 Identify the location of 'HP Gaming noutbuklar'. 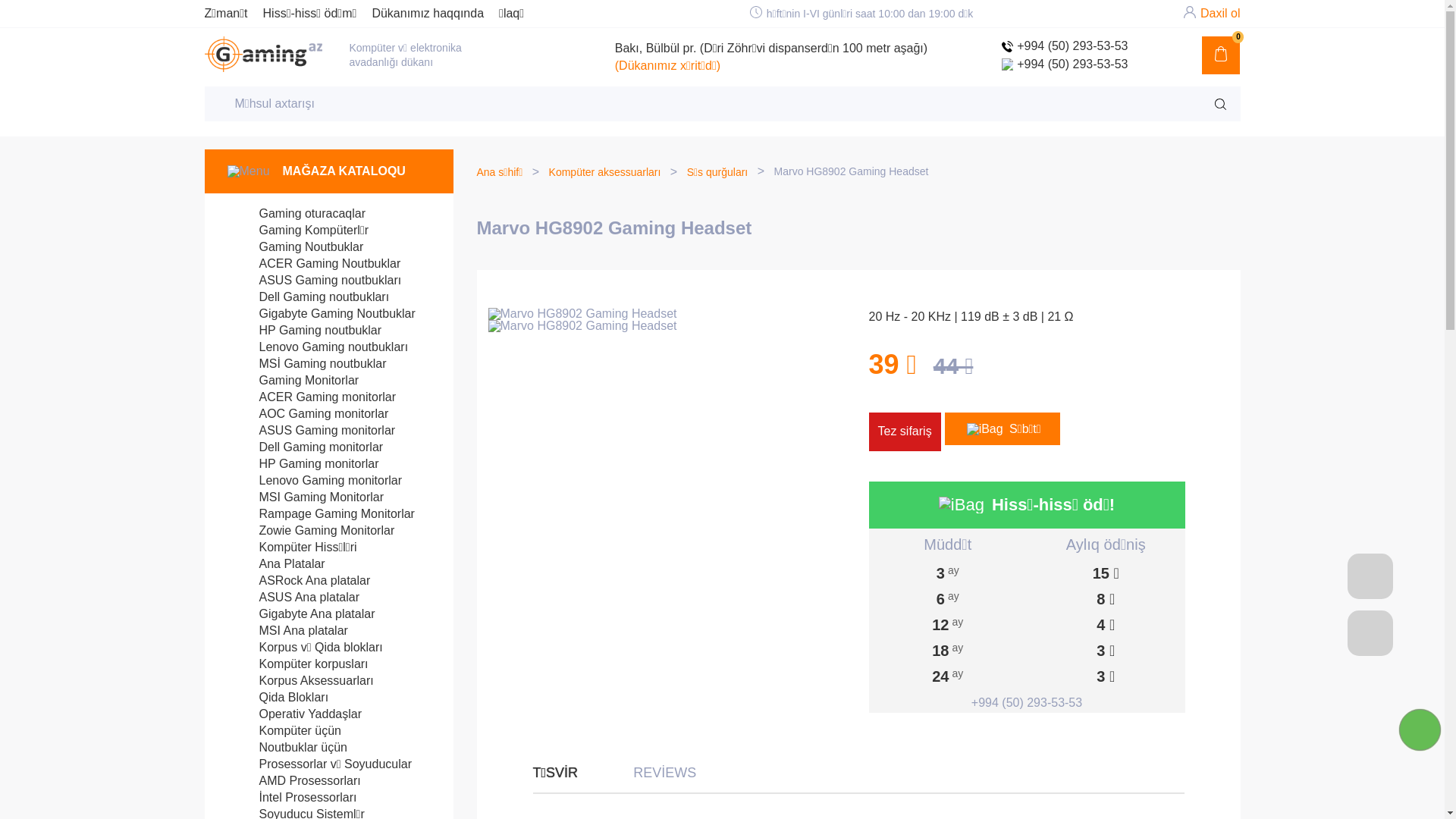
(304, 329).